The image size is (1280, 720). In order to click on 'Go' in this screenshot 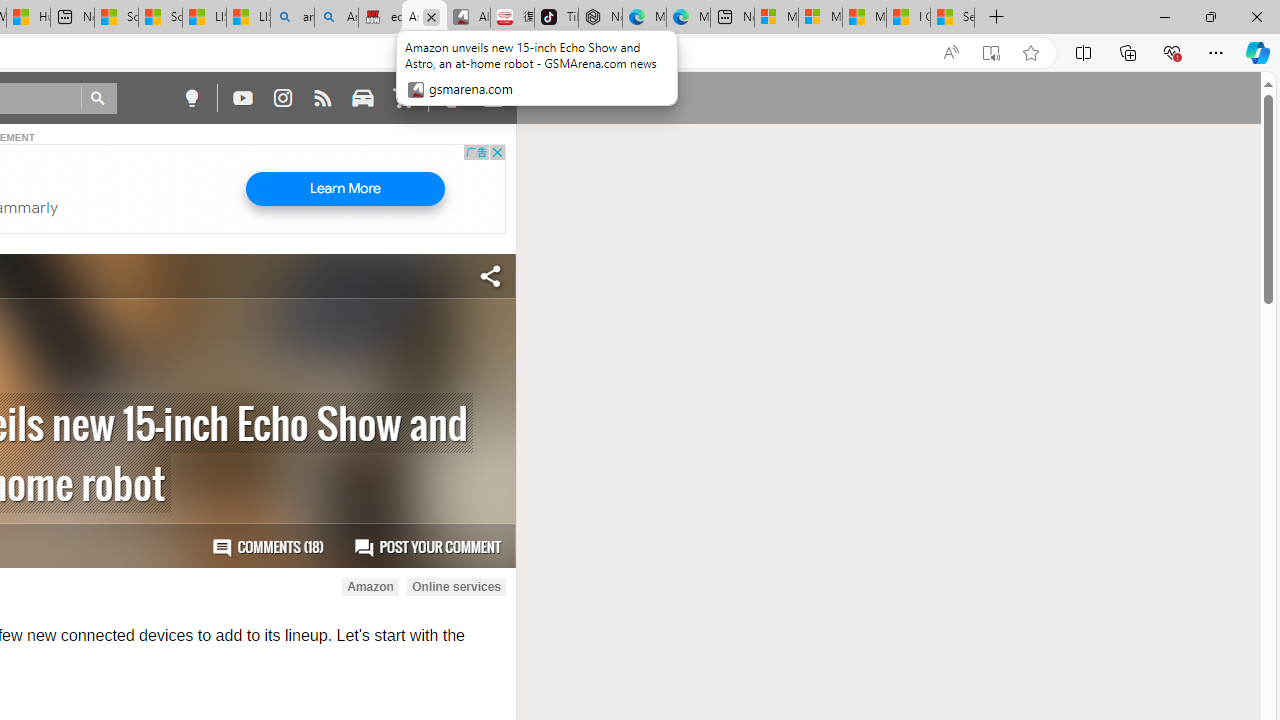, I will do `click(98, 98)`.